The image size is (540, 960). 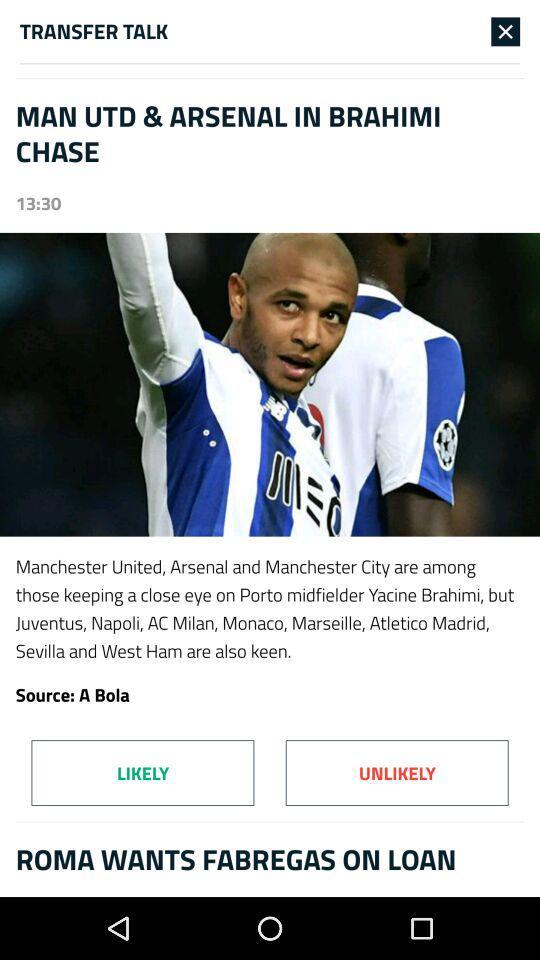 What do you see at coordinates (141, 772) in the screenshot?
I see `the likely icon` at bounding box center [141, 772].